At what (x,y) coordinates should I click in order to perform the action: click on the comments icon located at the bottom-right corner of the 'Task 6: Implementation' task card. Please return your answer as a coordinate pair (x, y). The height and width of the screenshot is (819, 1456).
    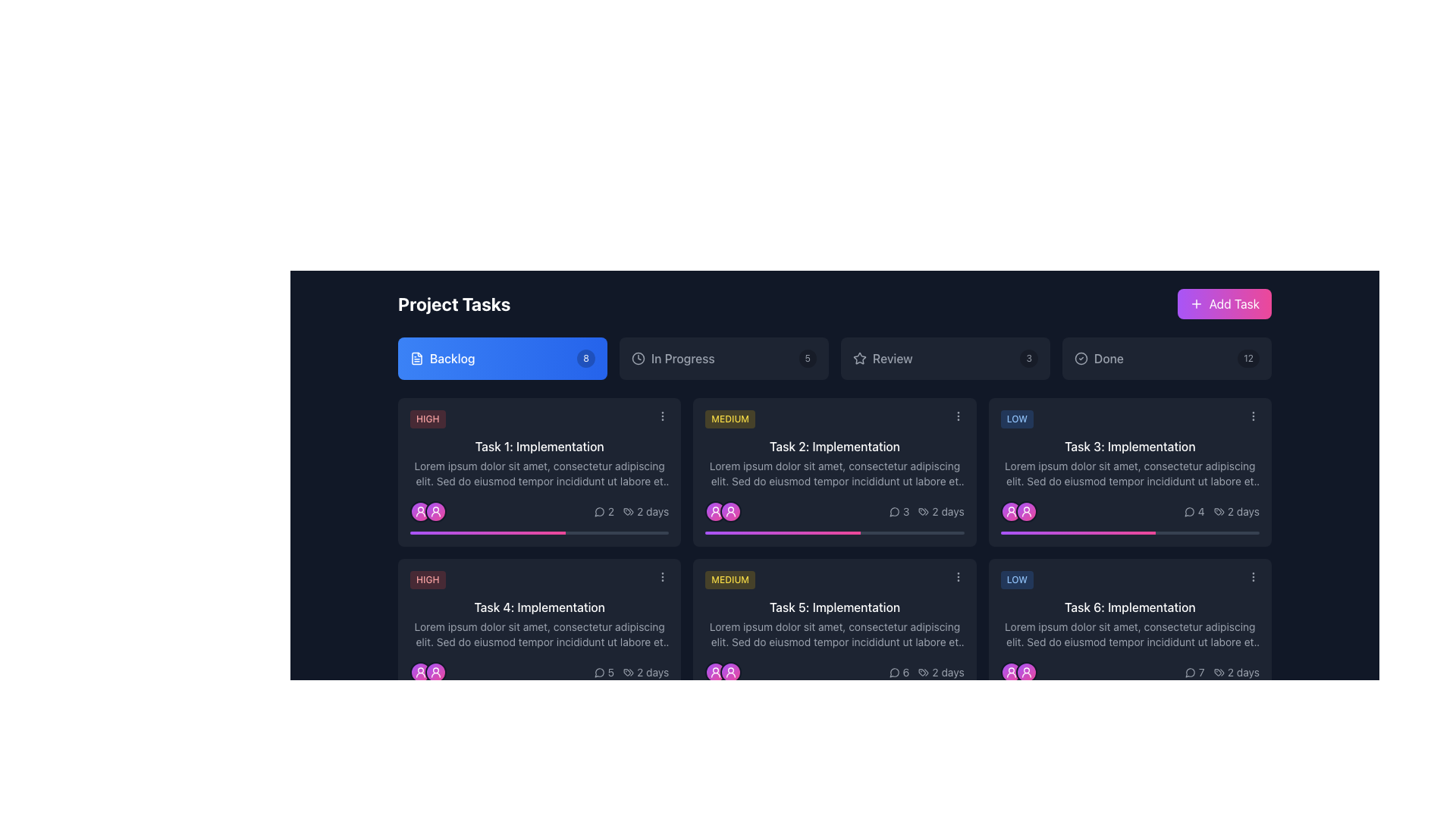
    Looking at the image, I should click on (1189, 672).